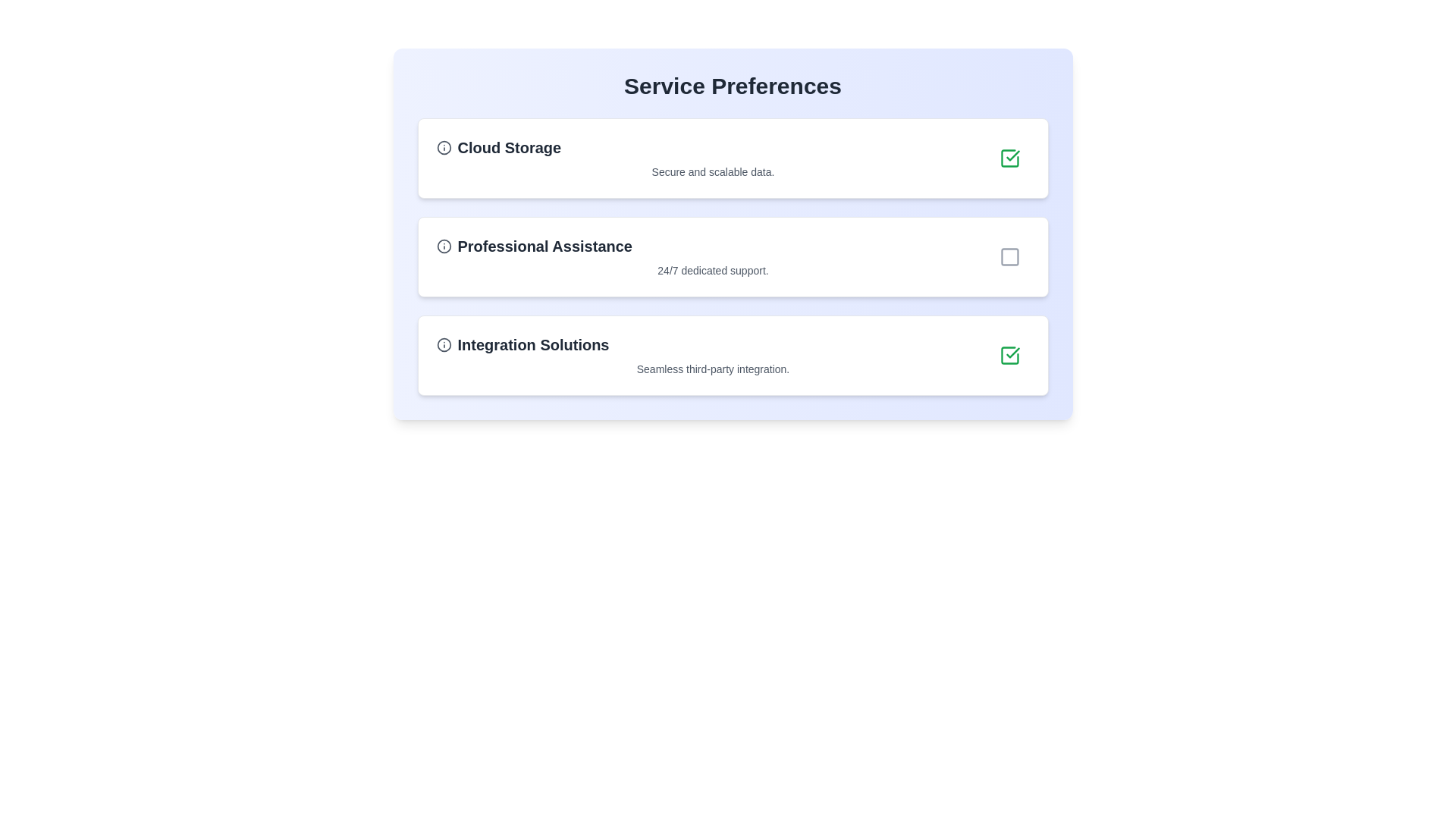 The width and height of the screenshot is (1456, 819). I want to click on the 'Cloud Storage' text label which serves as a heading for the service, positioned in the first item of the vertical list, aligned with an informational icon and a checkbox, so click(509, 148).